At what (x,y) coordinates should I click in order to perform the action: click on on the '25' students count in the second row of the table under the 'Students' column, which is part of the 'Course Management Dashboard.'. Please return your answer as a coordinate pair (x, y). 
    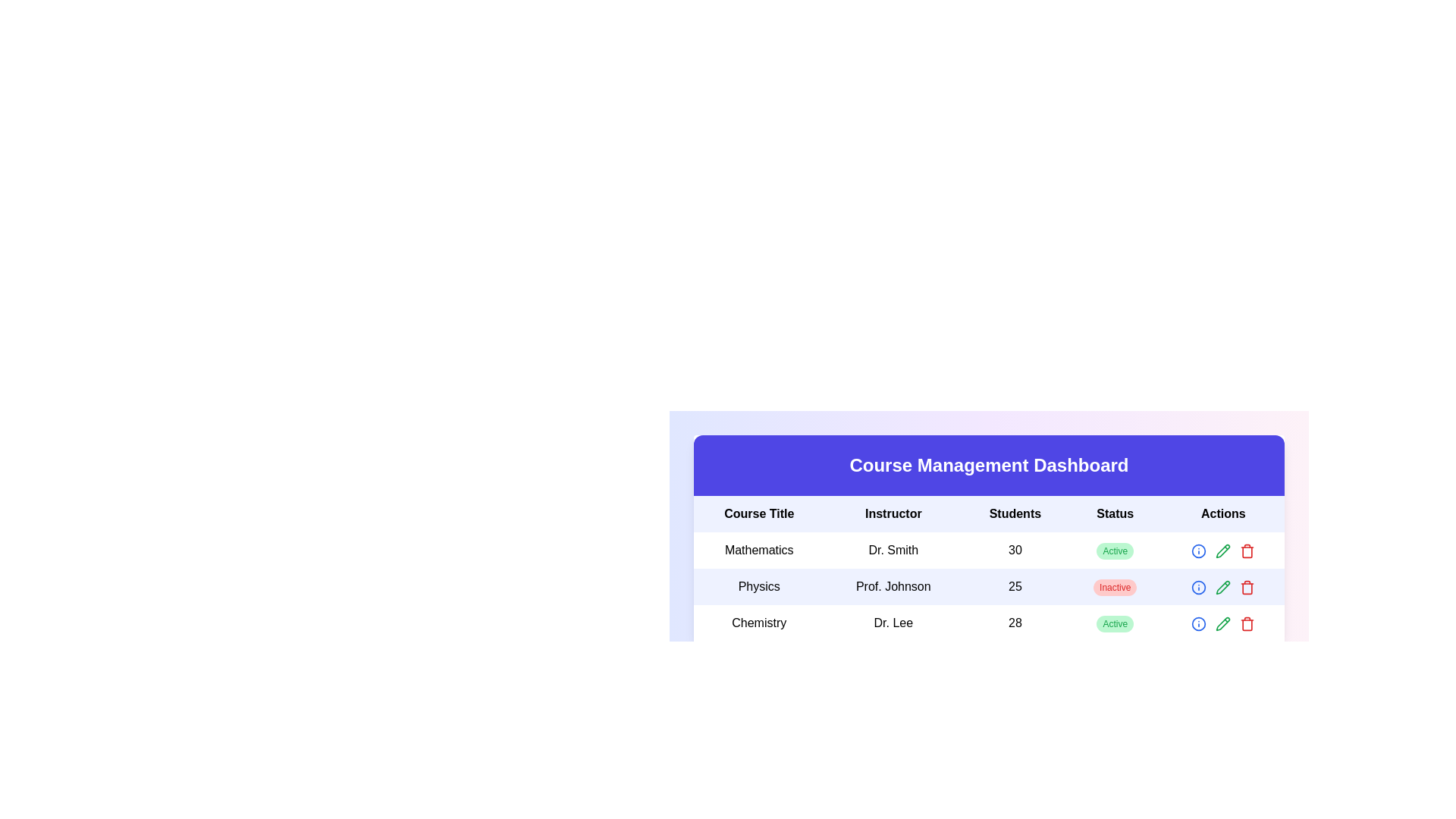
    Looking at the image, I should click on (989, 568).